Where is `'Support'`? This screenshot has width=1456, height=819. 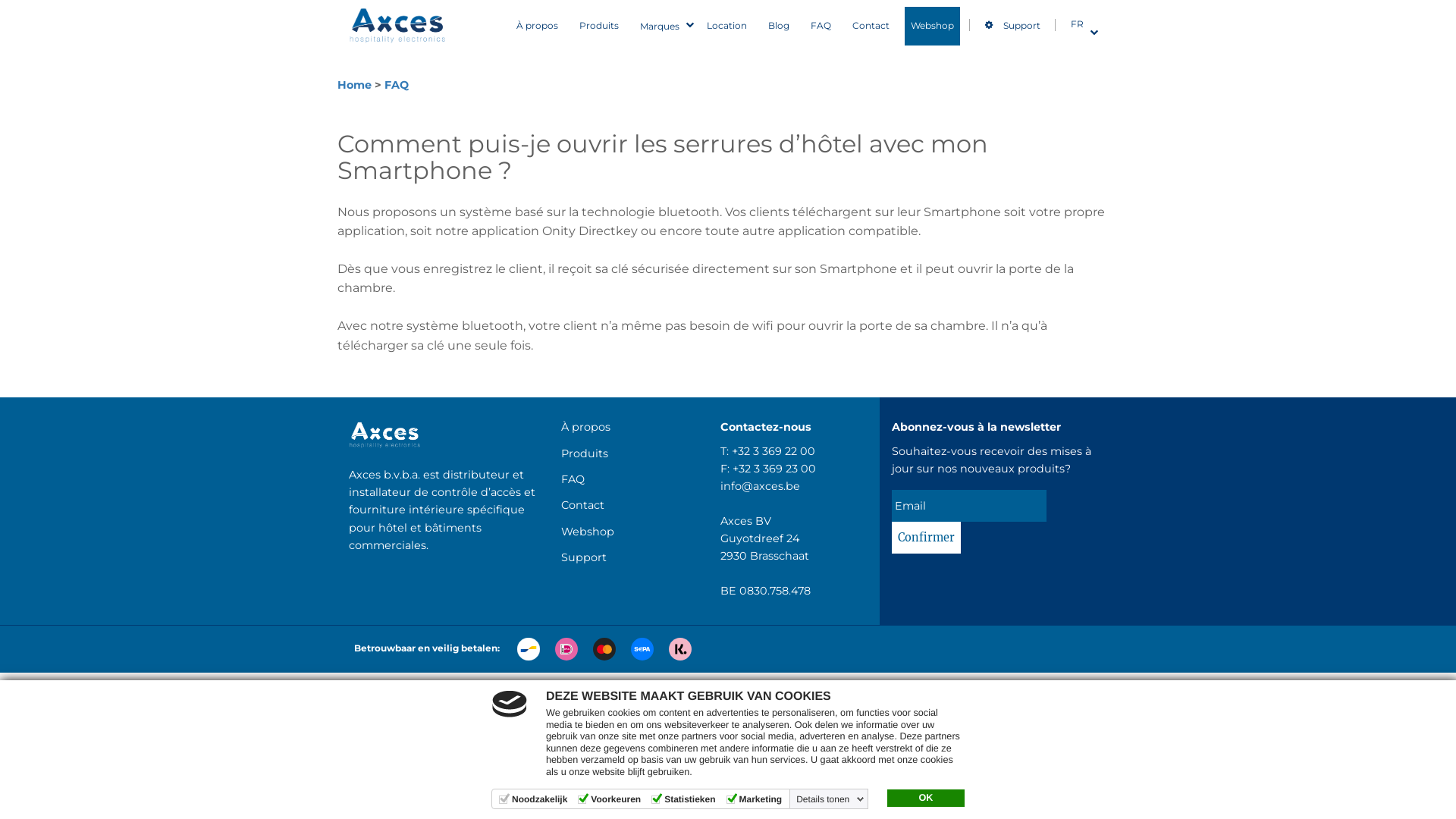 'Support' is located at coordinates (560, 557).